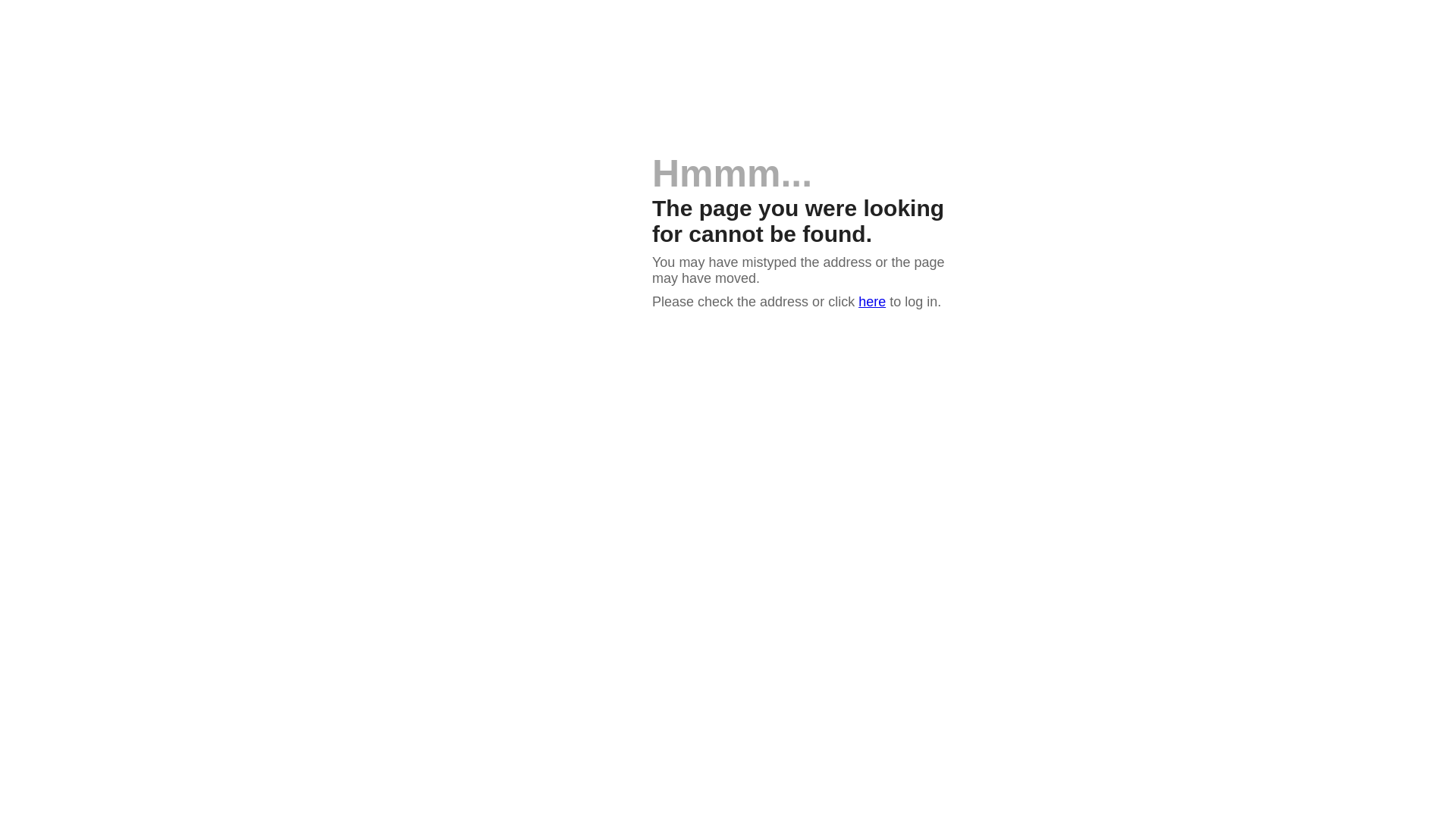 The width and height of the screenshot is (1456, 819). I want to click on 'here', so click(872, 301).